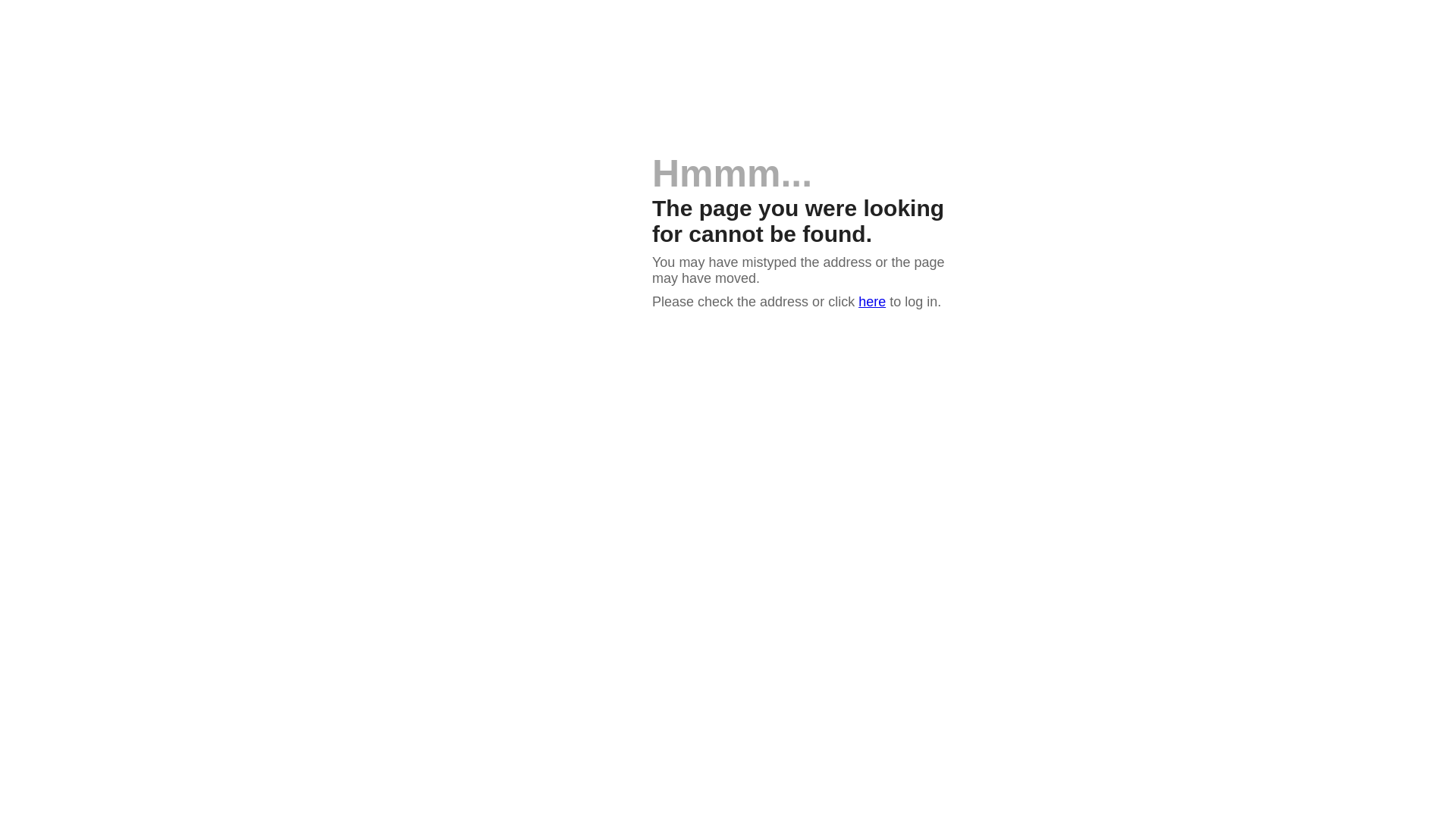 The width and height of the screenshot is (1456, 819). I want to click on 'here', so click(872, 301).